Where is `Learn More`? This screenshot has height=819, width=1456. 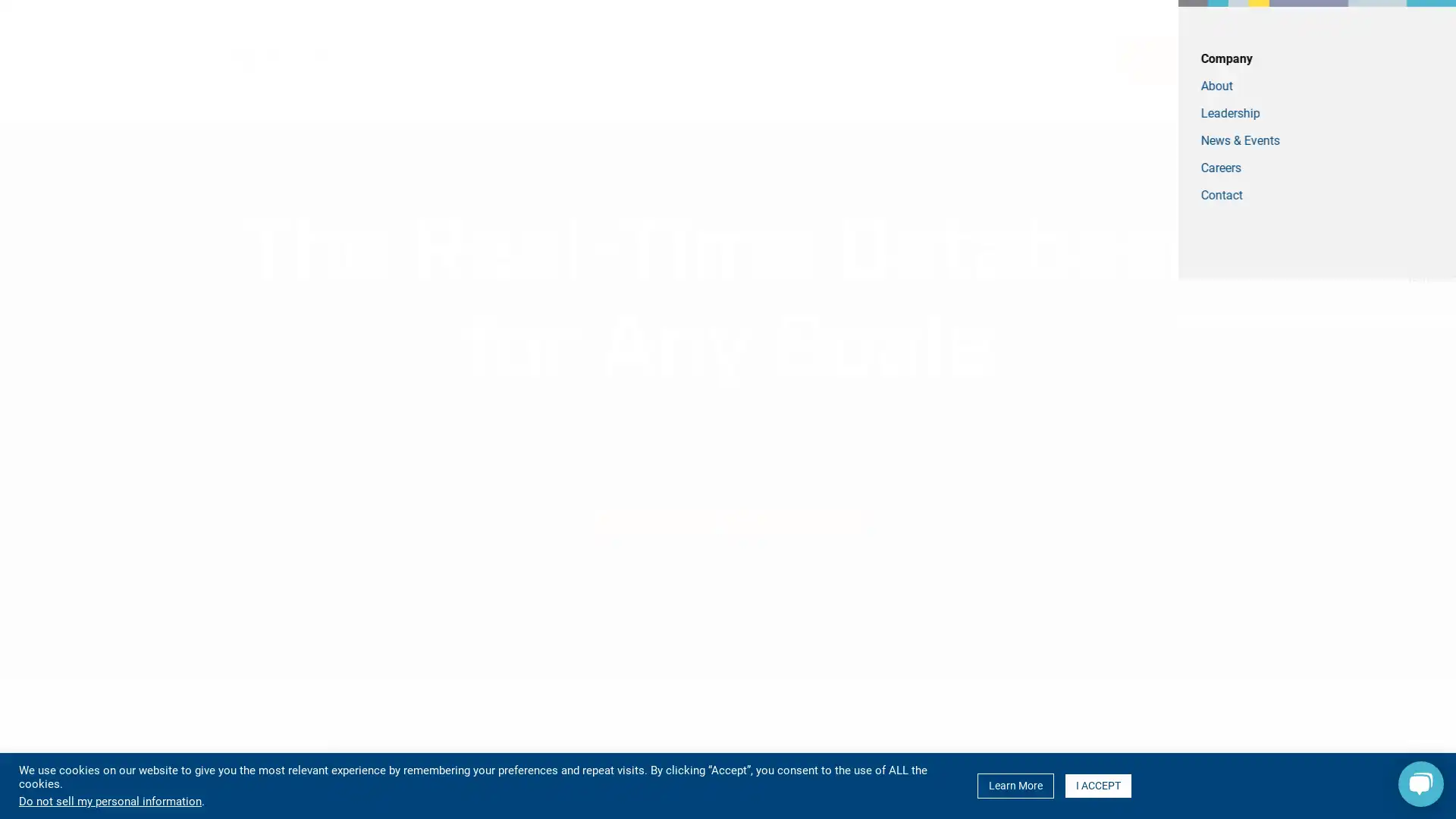 Learn More is located at coordinates (1015, 785).